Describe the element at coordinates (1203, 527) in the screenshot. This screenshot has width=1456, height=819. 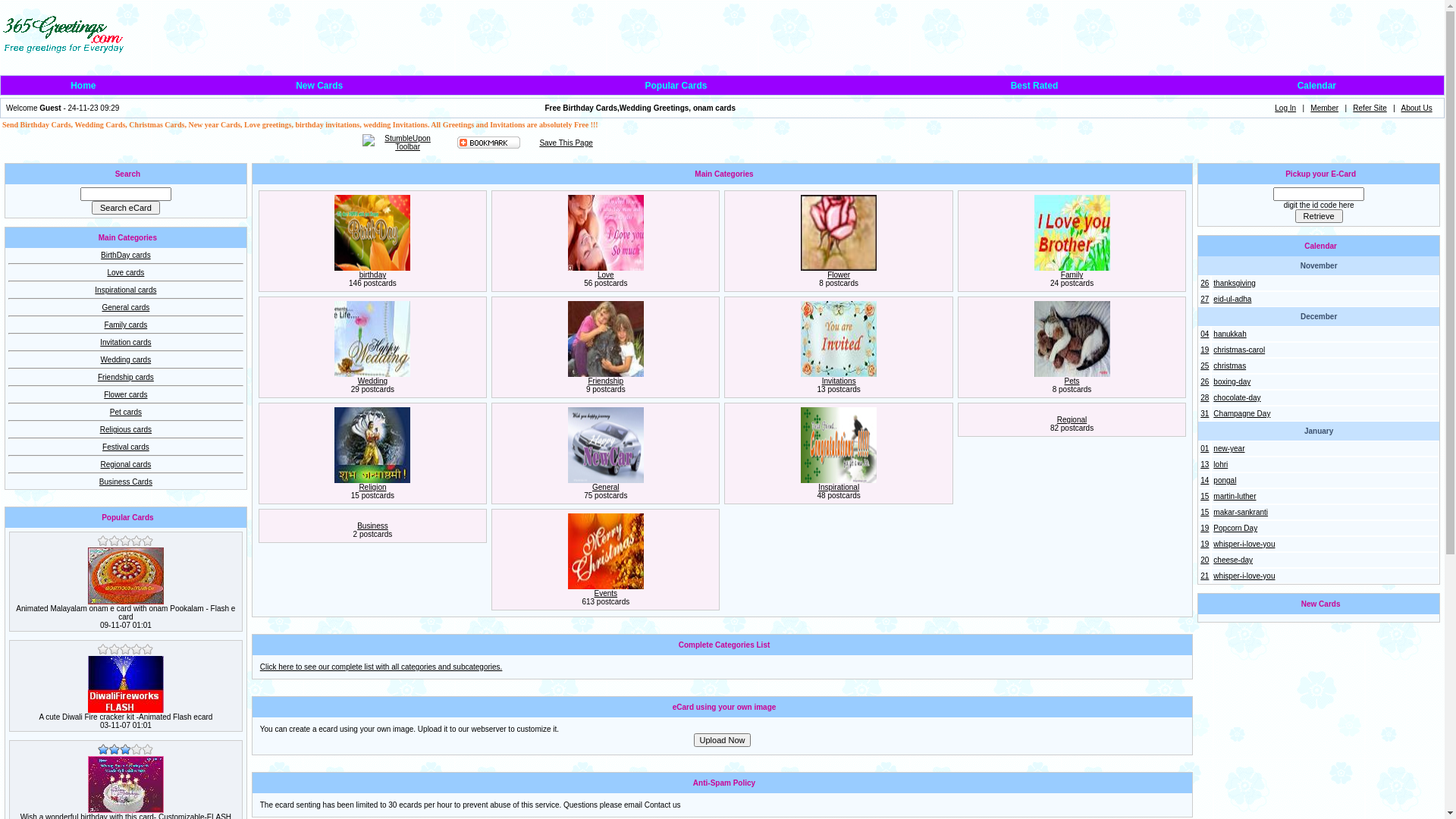
I see `'19'` at that location.